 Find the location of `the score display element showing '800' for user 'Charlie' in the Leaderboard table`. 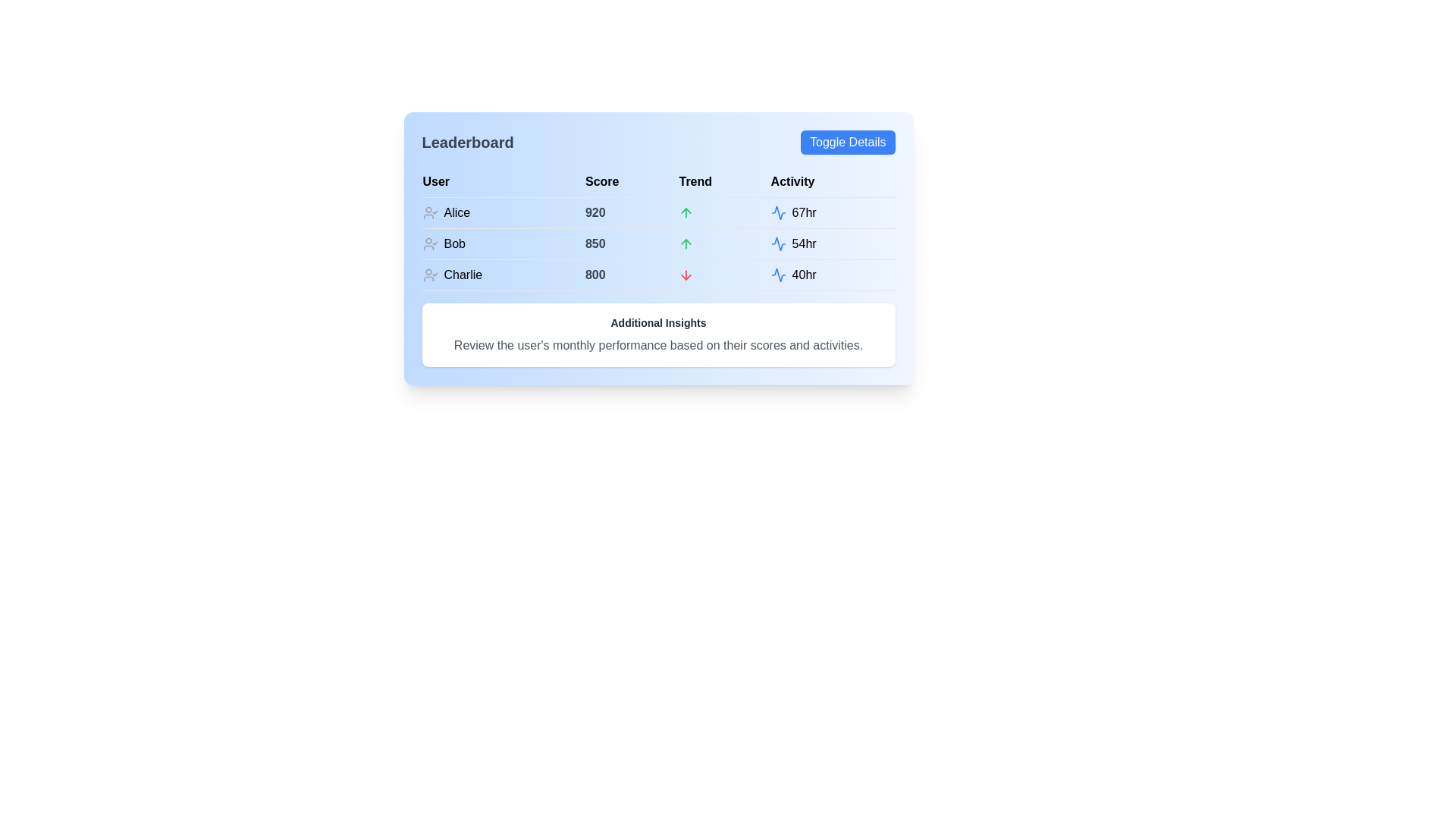

the score display element showing '800' for user 'Charlie' in the Leaderboard table is located at coordinates (631, 275).